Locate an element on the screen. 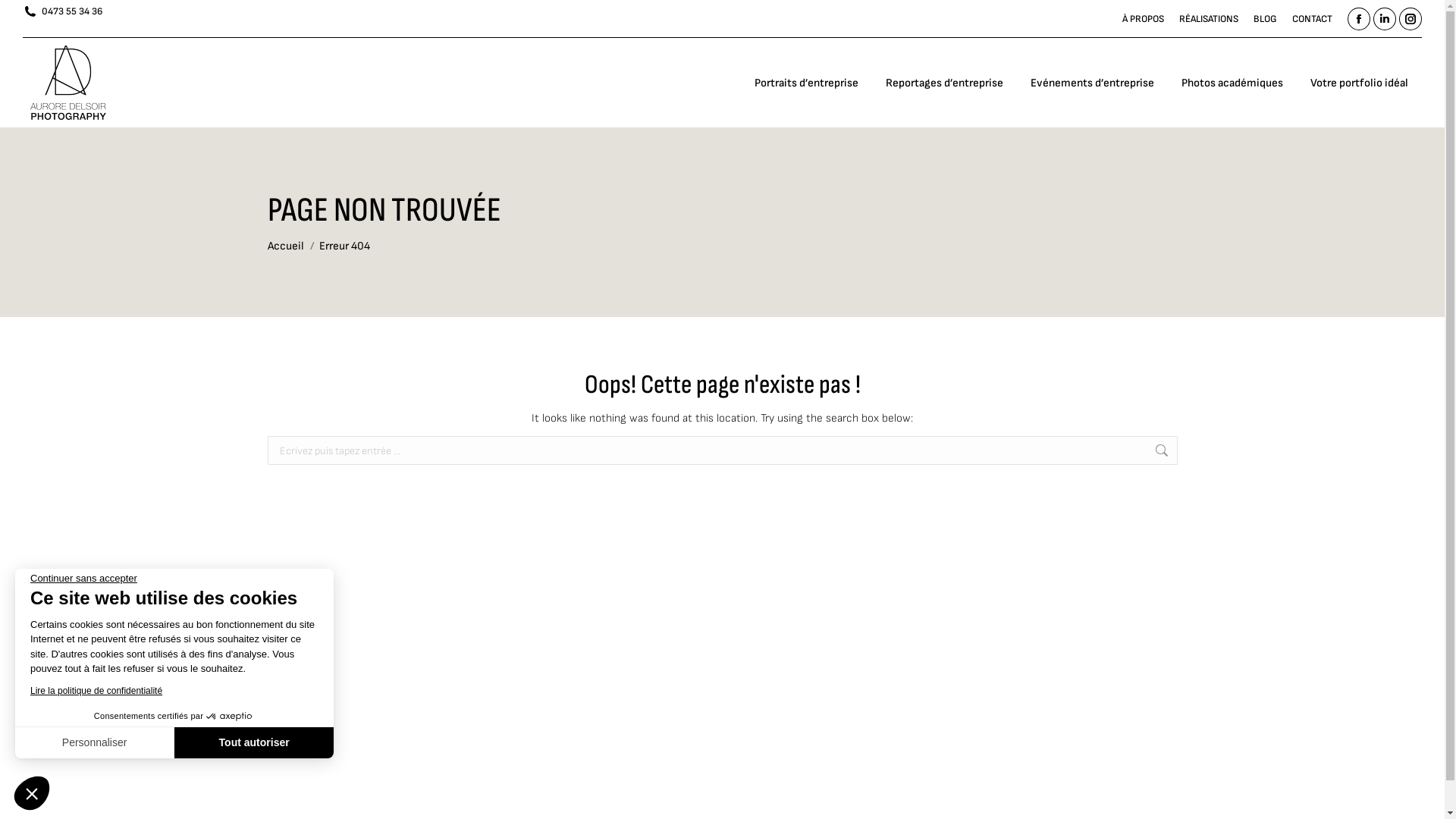  'Accueil' is located at coordinates (284, 245).